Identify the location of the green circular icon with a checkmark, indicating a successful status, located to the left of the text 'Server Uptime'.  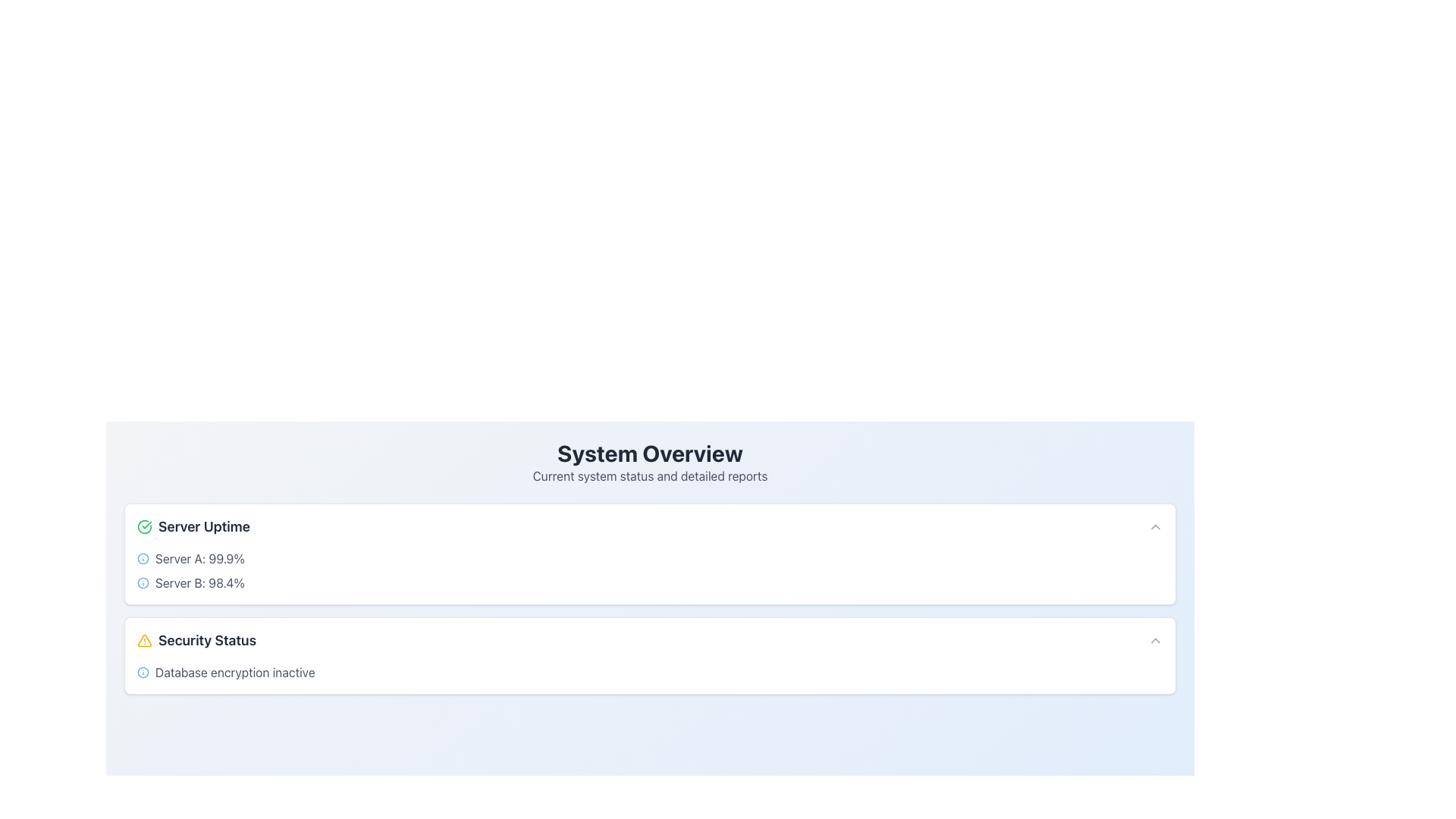
(145, 526).